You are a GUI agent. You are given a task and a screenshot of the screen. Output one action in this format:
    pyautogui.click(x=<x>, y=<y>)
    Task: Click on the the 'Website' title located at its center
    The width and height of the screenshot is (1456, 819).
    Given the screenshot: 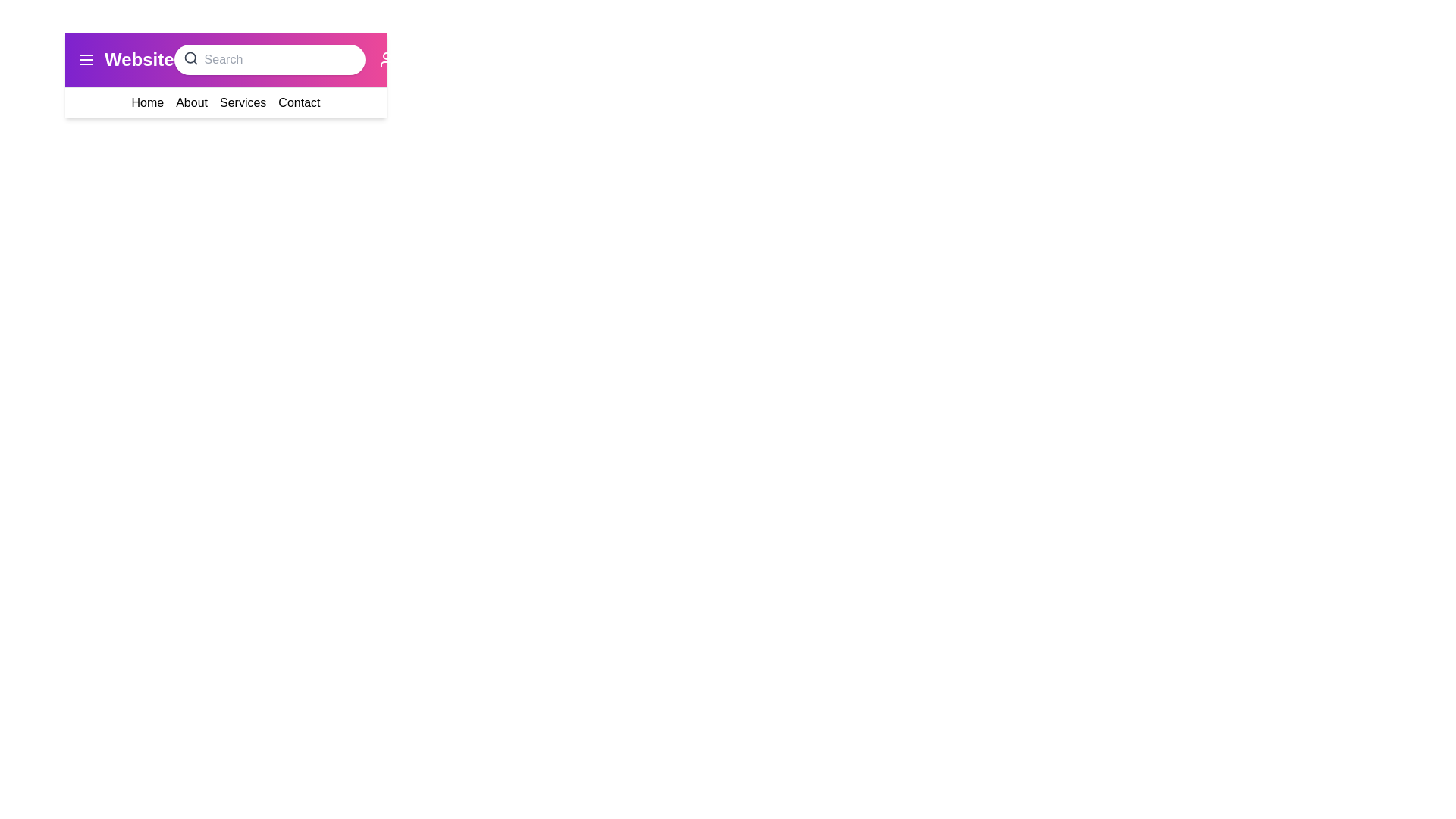 What is the action you would take?
    pyautogui.click(x=139, y=58)
    